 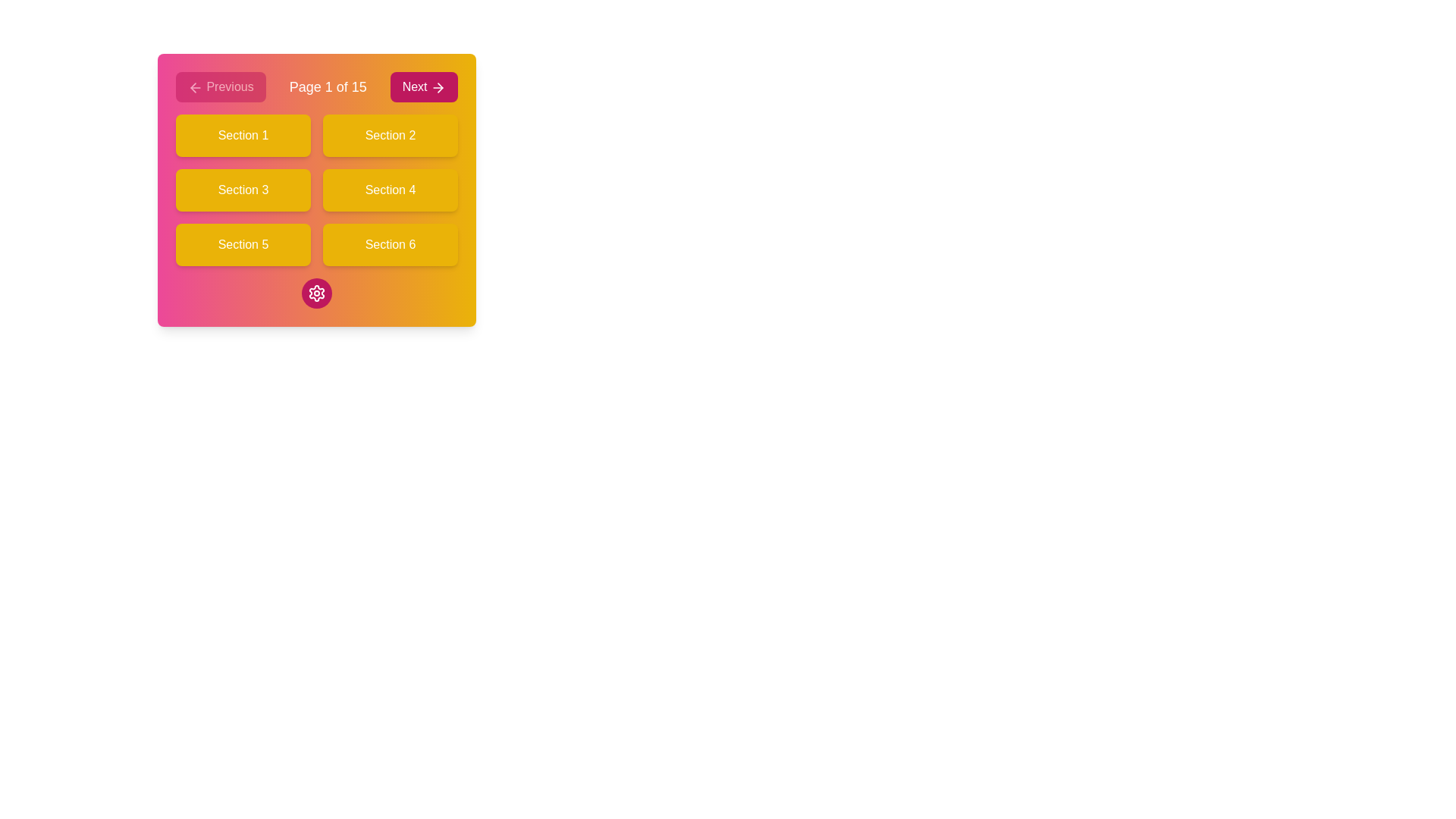 What do you see at coordinates (195, 87) in the screenshot?
I see `the left arrow icon within the 'Previous' button that has a pink background and rounded corners` at bounding box center [195, 87].